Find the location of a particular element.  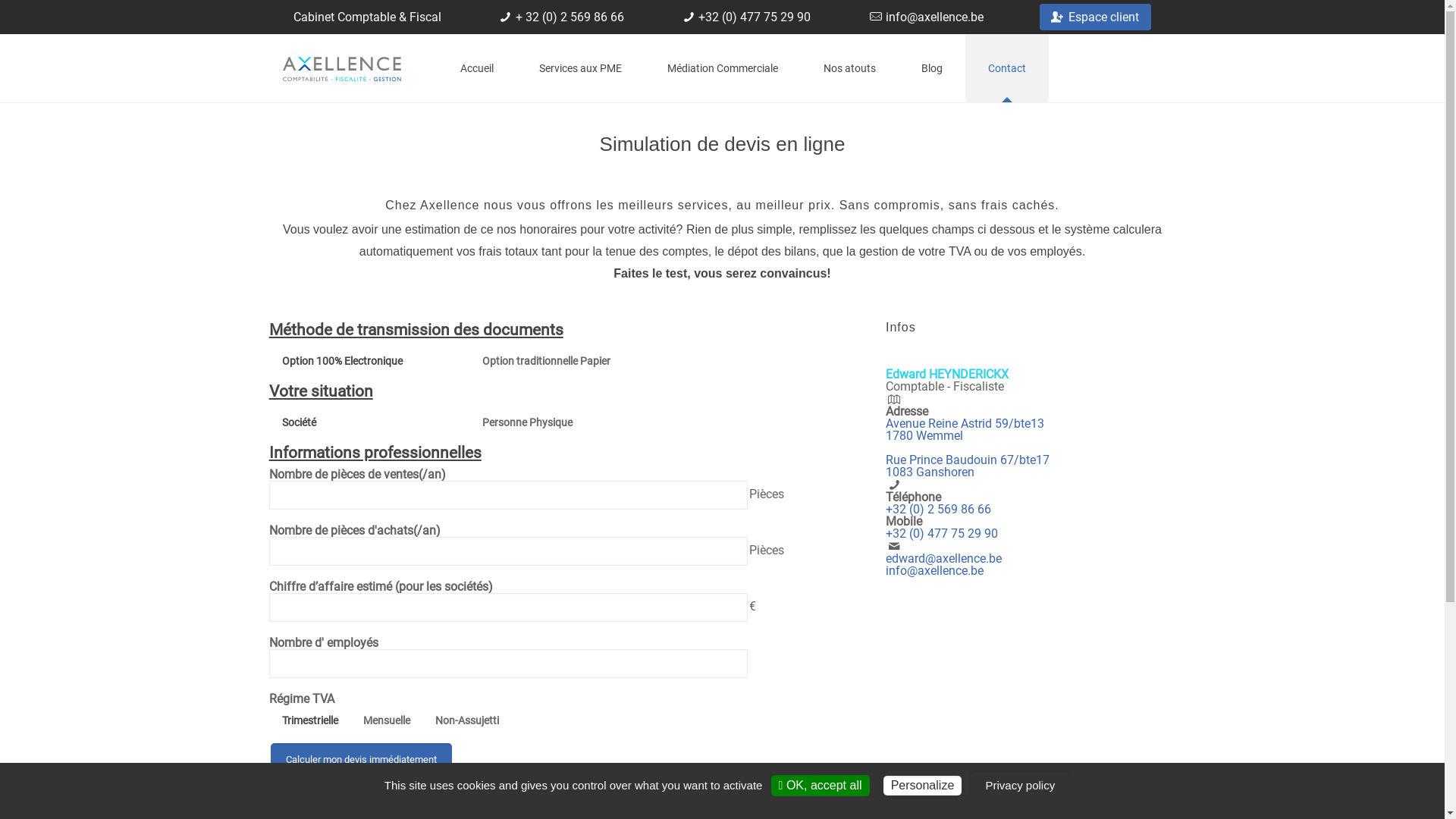

'Services aux PME' is located at coordinates (579, 67).